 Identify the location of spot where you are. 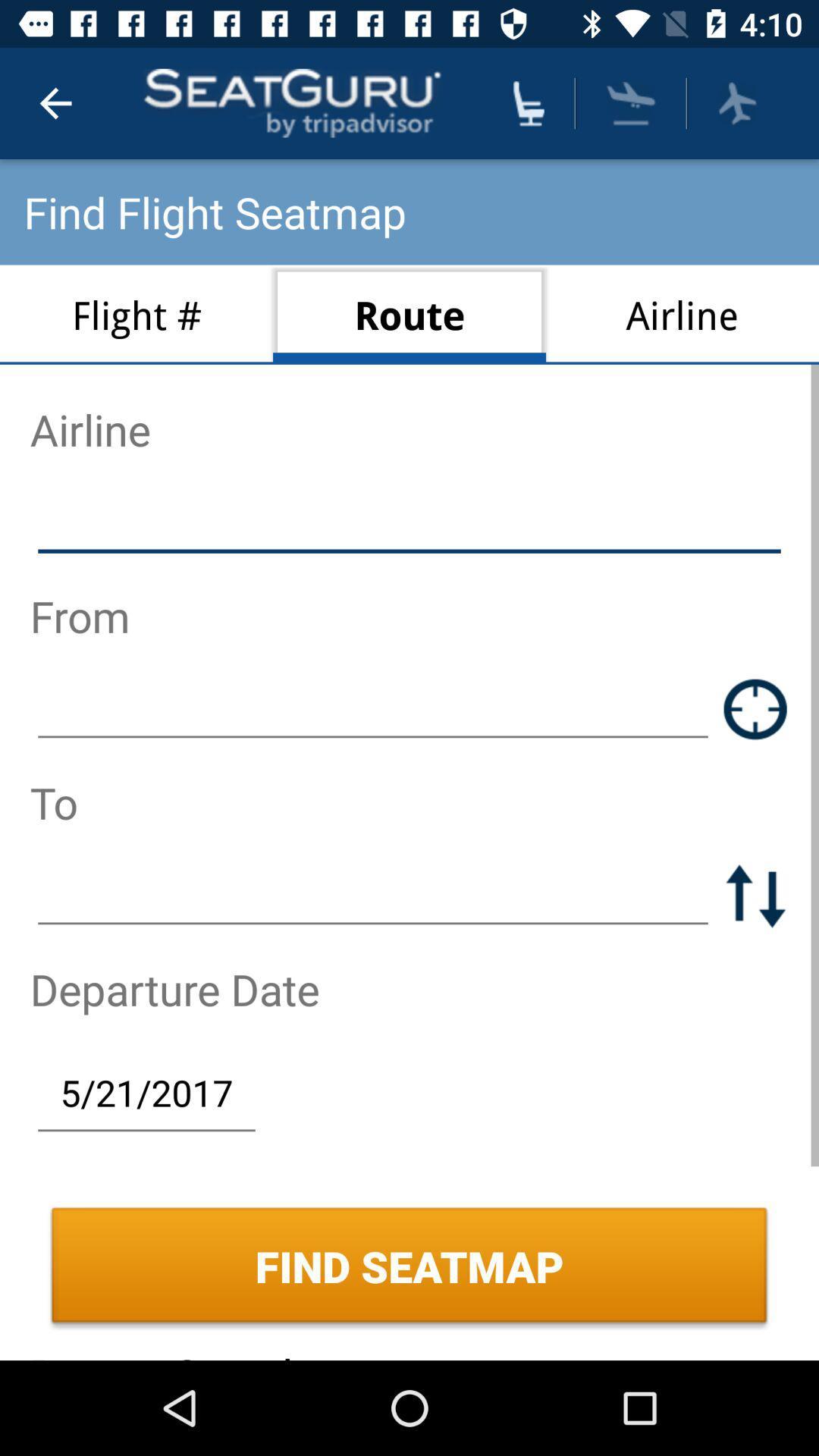
(755, 708).